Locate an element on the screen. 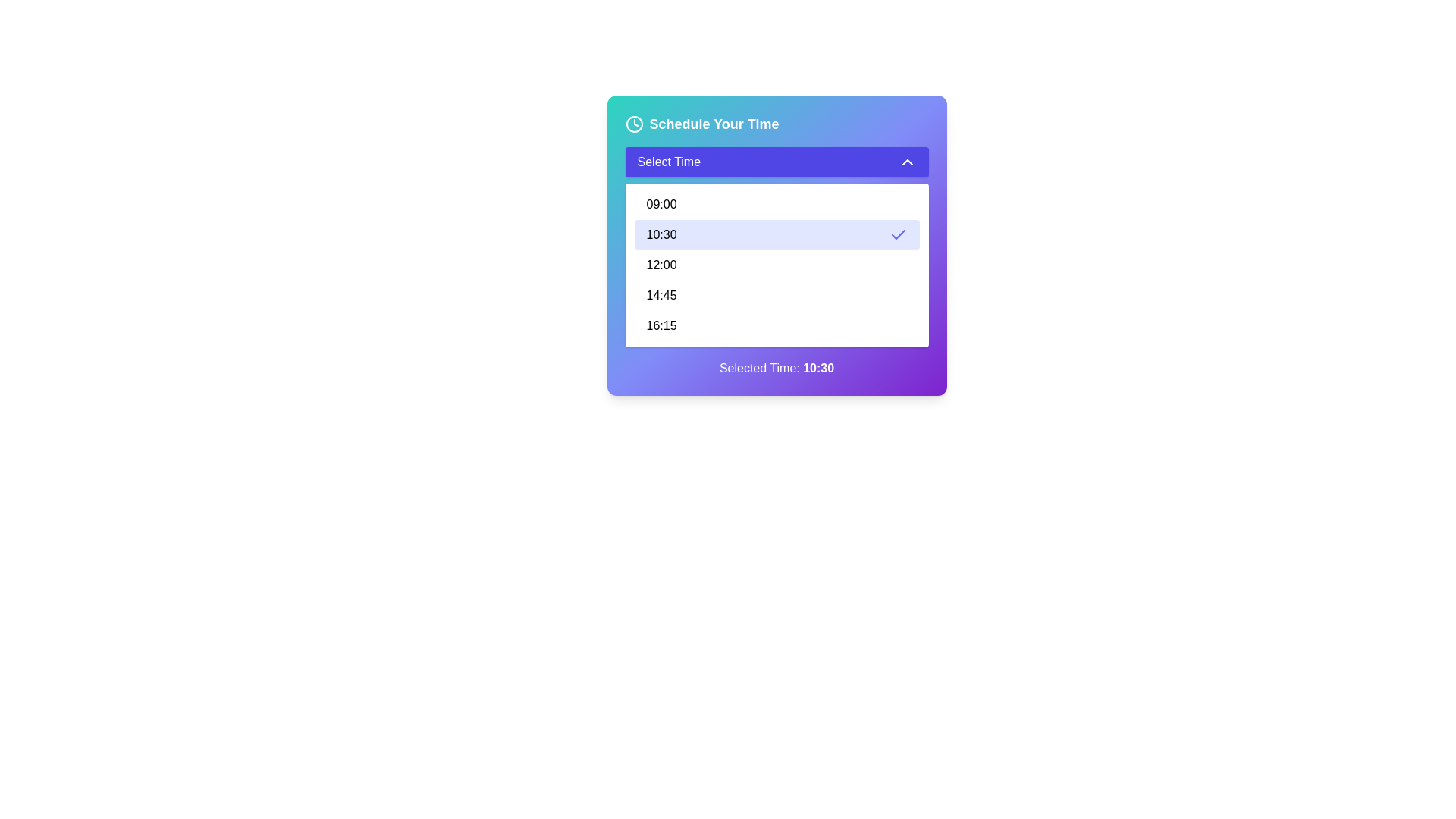 The image size is (1456, 819). the fourth selectable time option in the dropdown menu, which is positioned between '12:00' and '16:15' is located at coordinates (777, 295).